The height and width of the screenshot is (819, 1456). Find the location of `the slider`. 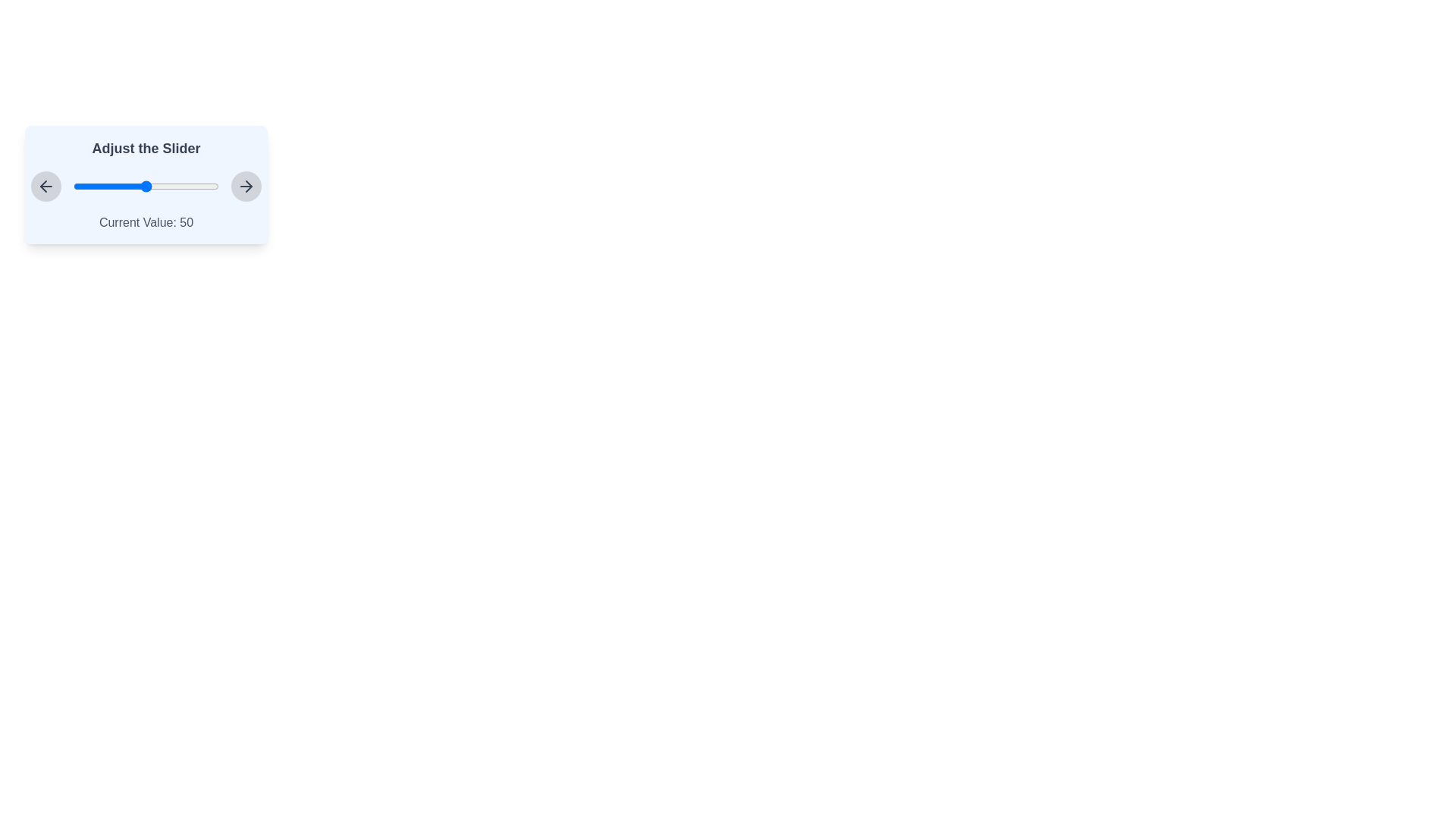

the slider is located at coordinates (169, 186).